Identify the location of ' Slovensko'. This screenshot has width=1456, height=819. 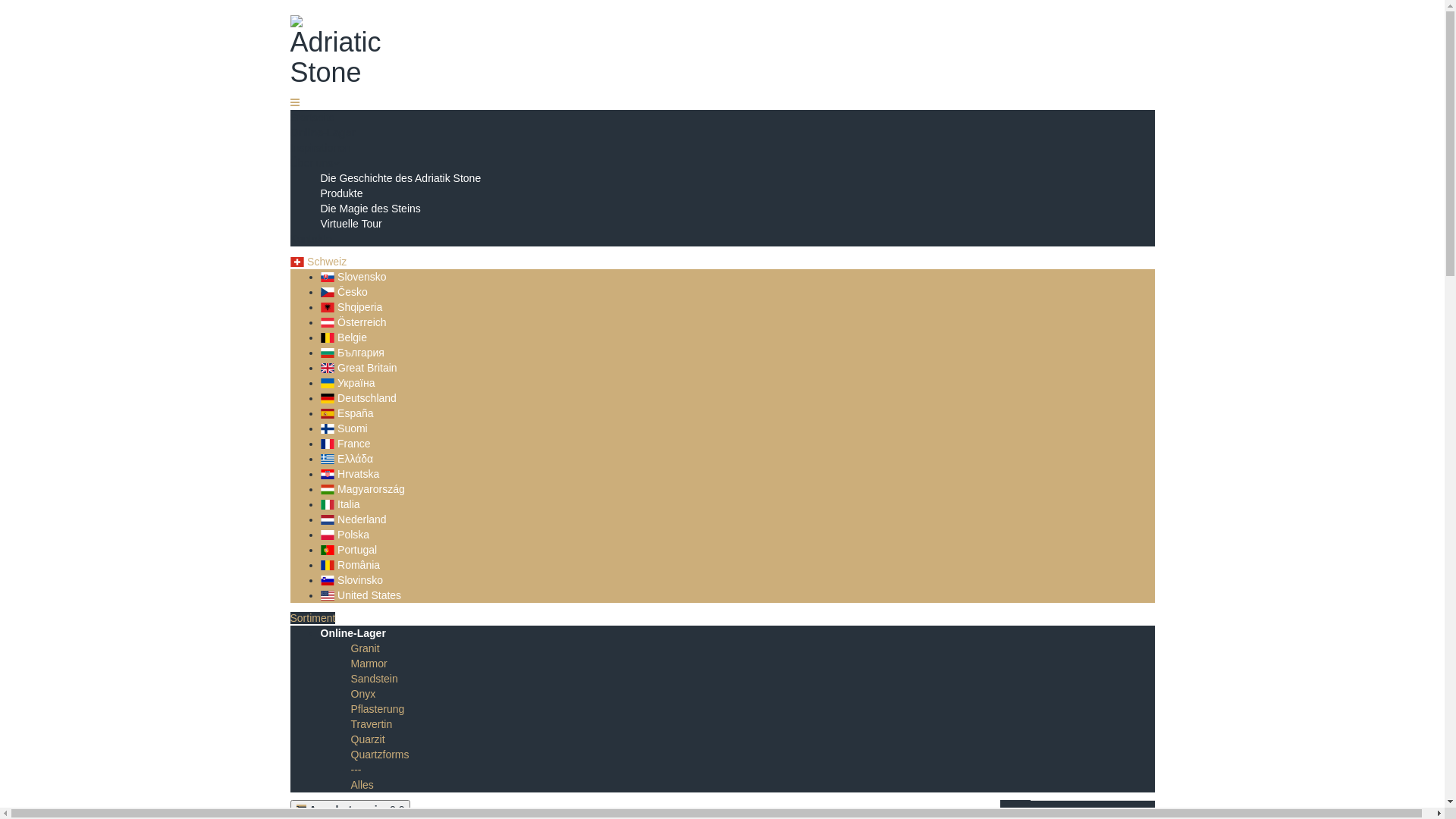
(352, 277).